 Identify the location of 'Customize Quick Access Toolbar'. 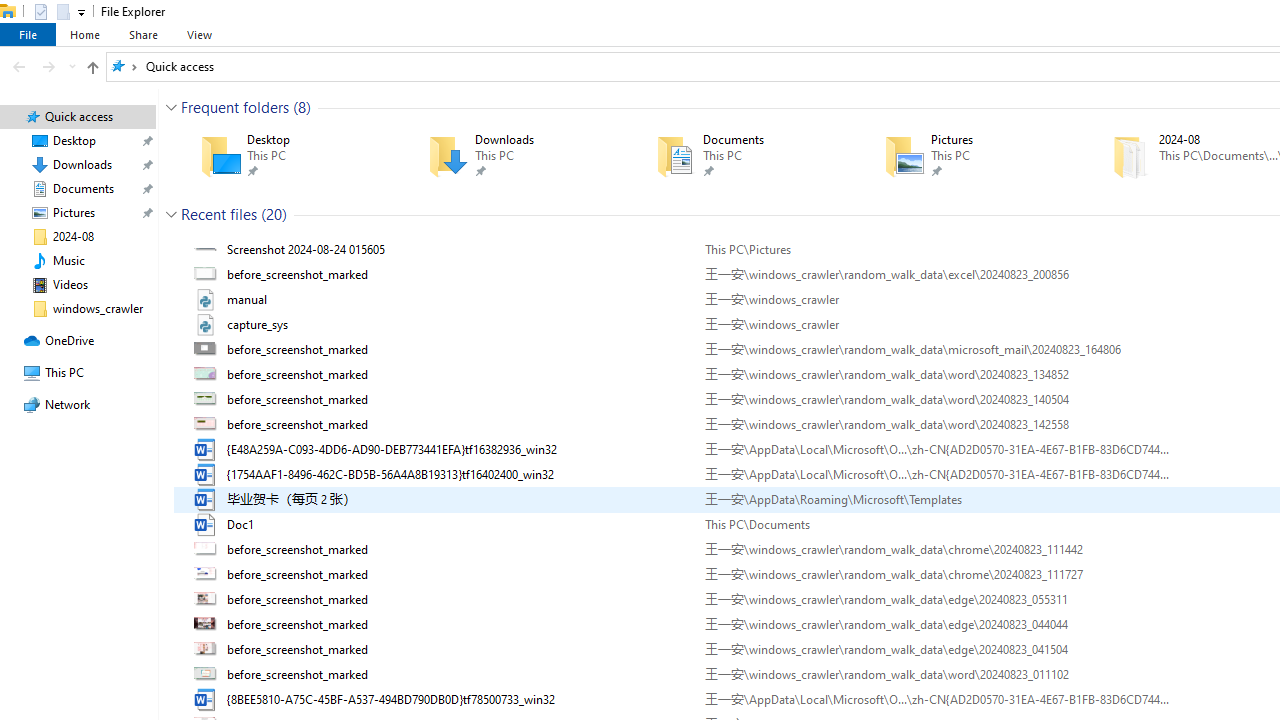
(80, 11).